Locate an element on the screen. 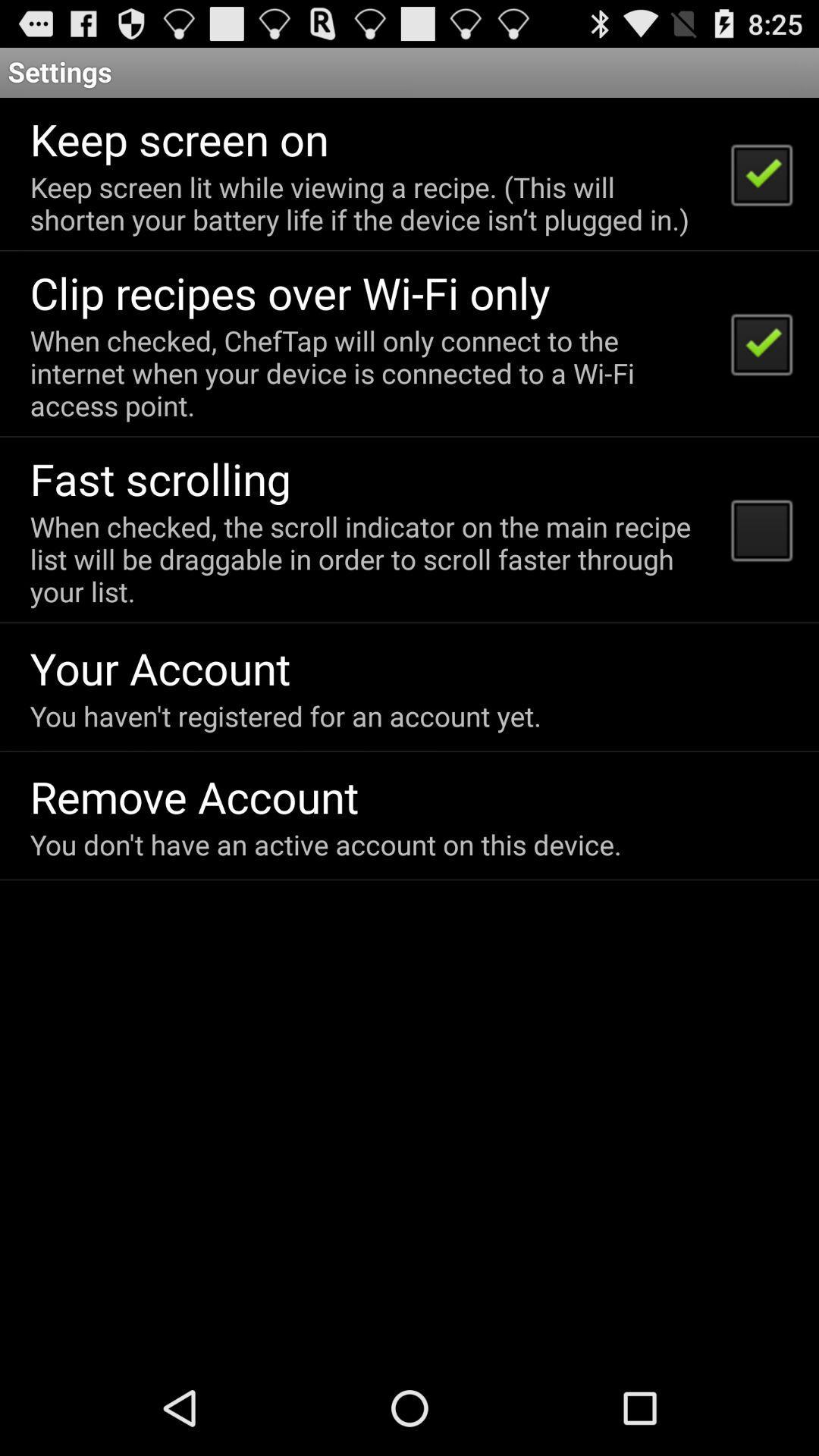 The height and width of the screenshot is (1456, 819). remove account item is located at coordinates (193, 795).